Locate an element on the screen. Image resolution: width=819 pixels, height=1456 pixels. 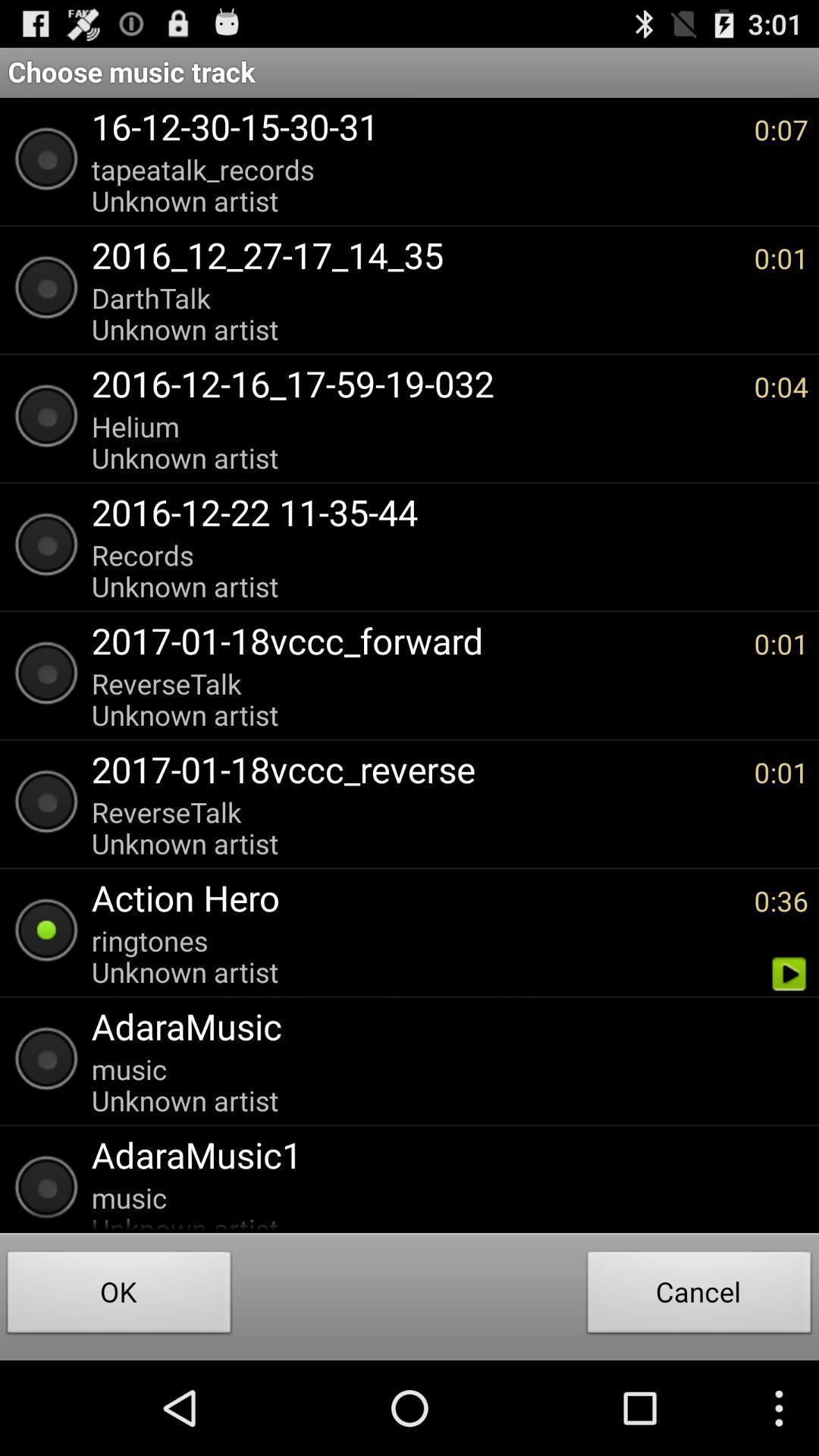
button next to the ok button is located at coordinates (699, 1295).